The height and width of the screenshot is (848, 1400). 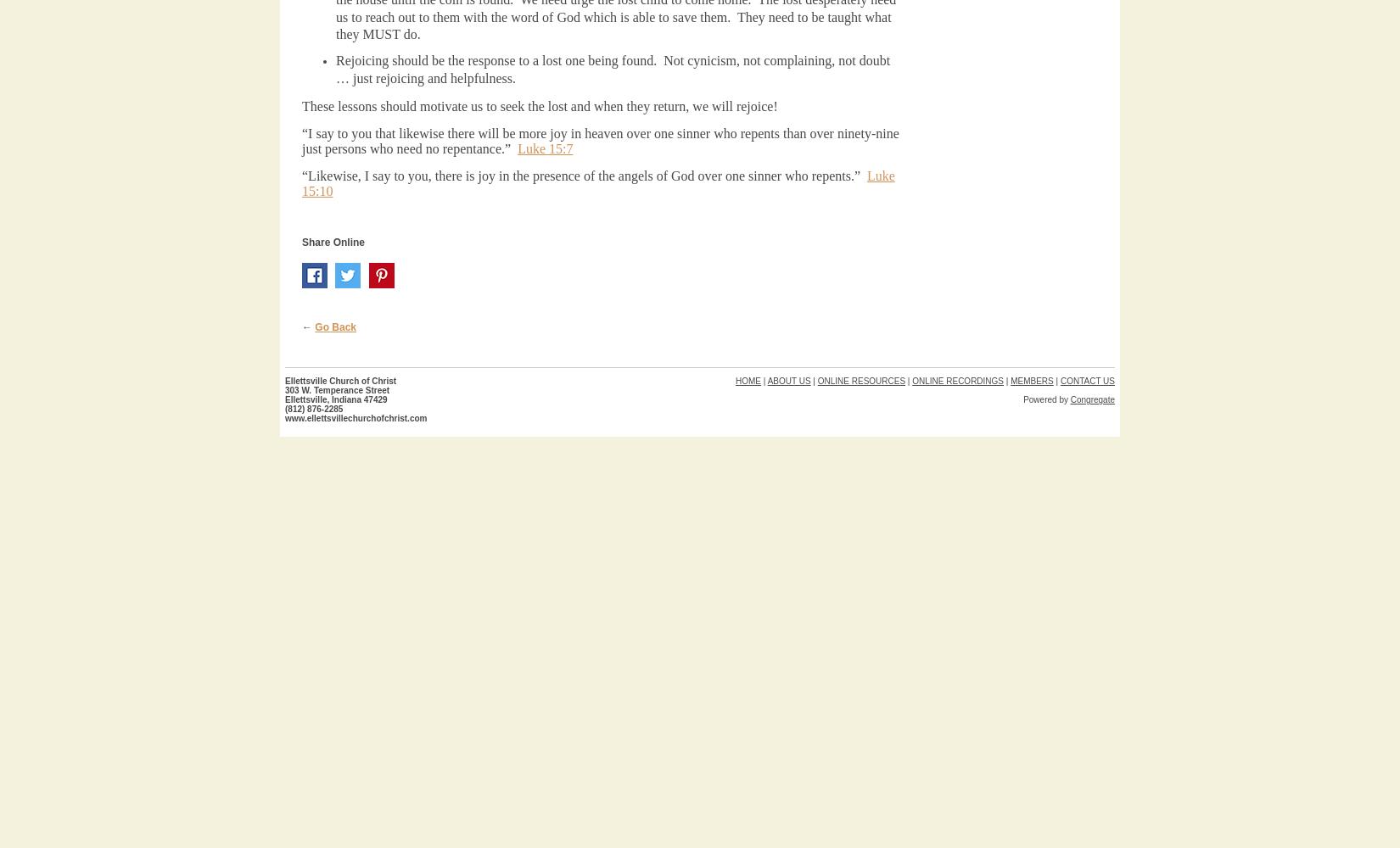 What do you see at coordinates (355, 417) in the screenshot?
I see `'www.ellettsvillechurchofchrist.com'` at bounding box center [355, 417].